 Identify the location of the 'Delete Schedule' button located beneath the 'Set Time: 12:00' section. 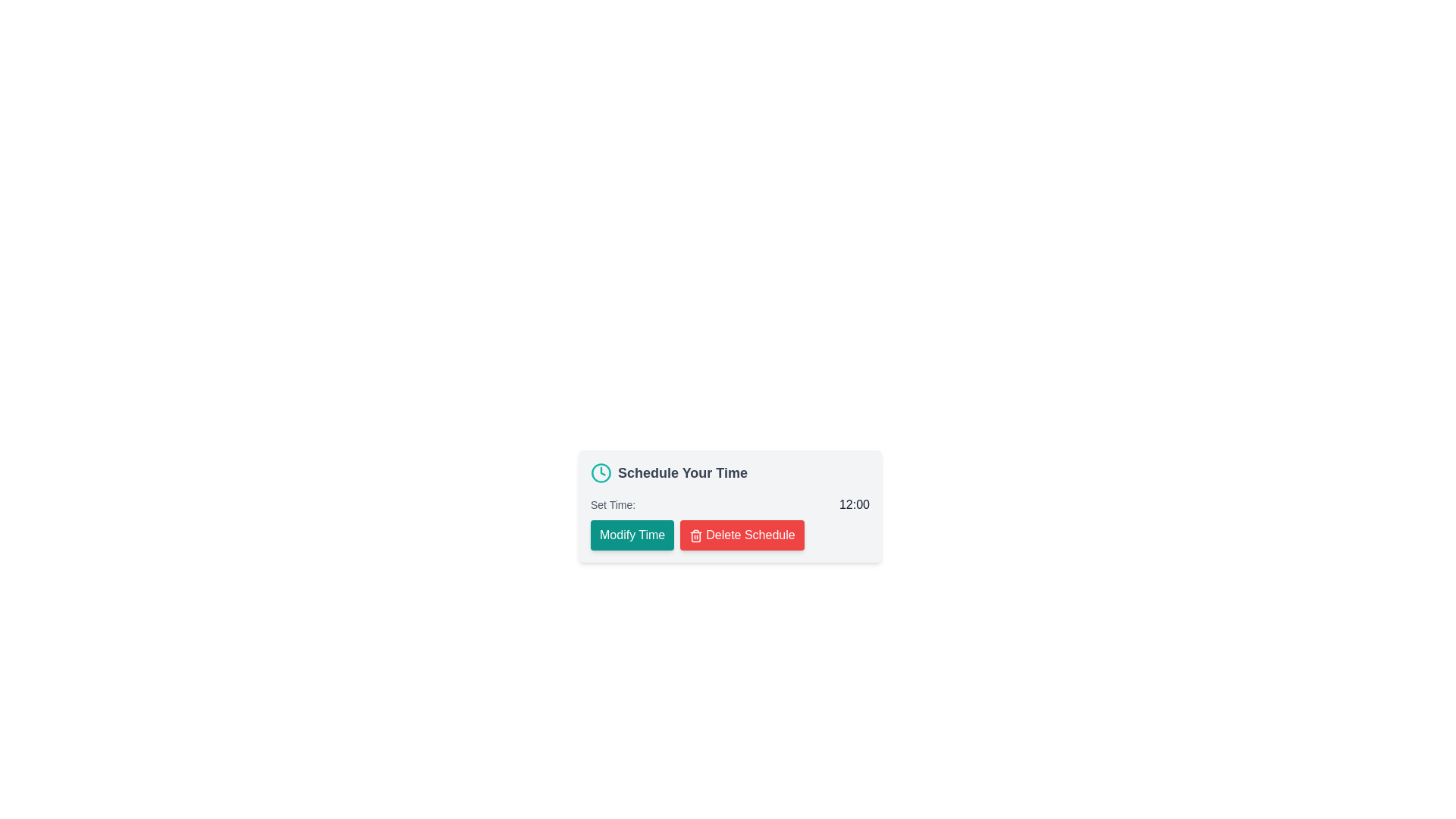
(730, 534).